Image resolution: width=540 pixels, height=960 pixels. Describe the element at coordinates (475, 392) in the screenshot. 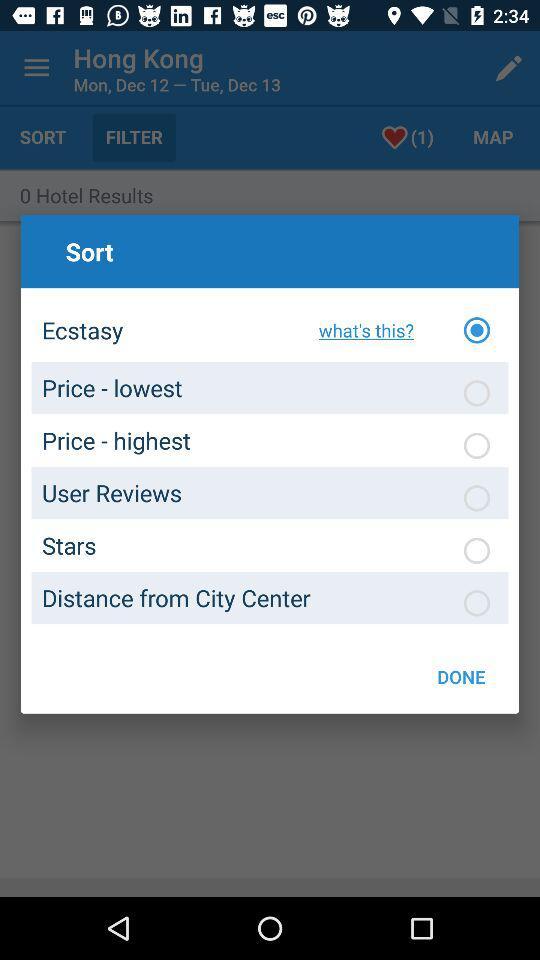

I see `sort by price lowest first` at that location.